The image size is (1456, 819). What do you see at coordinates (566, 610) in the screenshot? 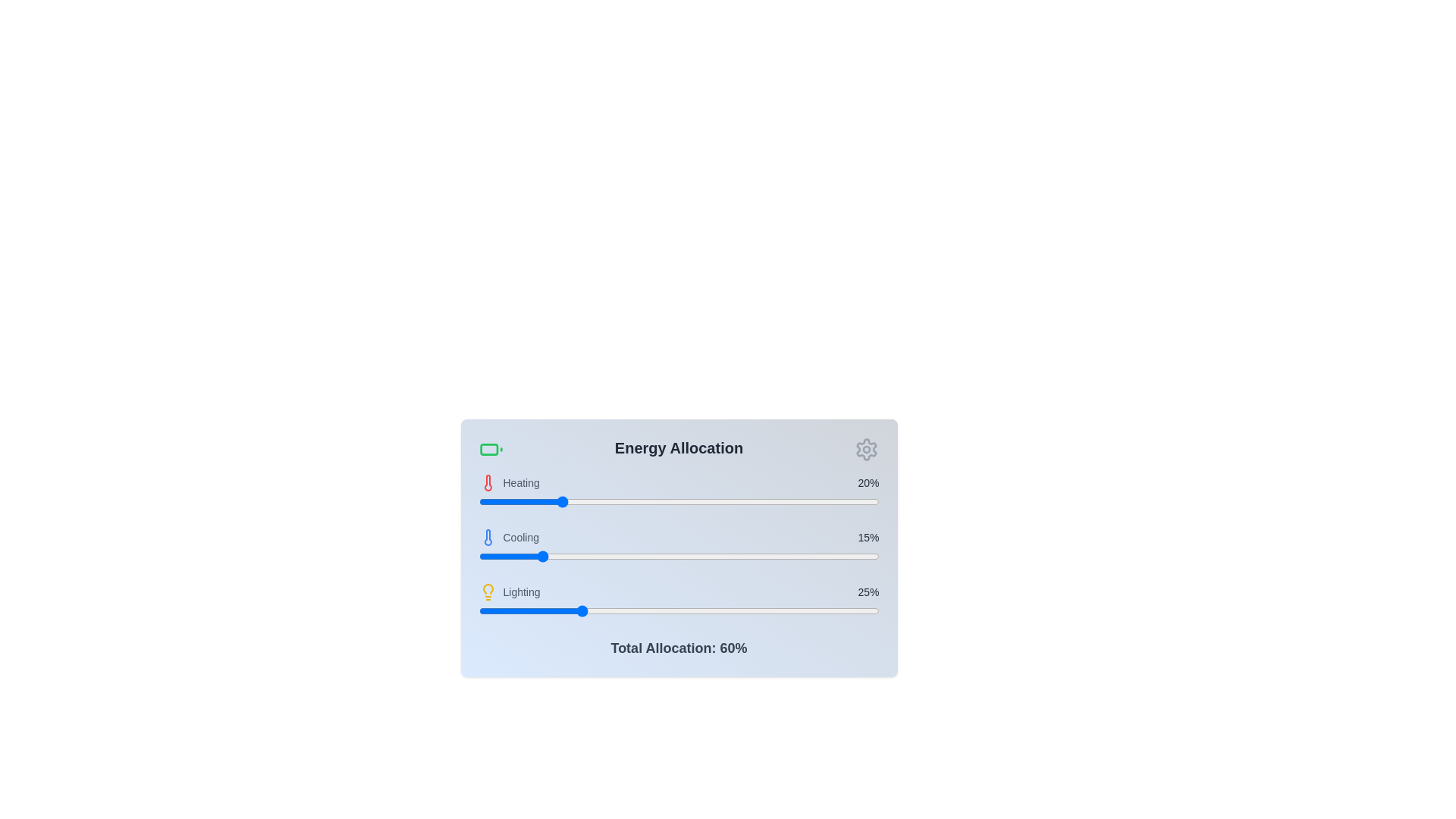
I see `the lighting allocation slider to 22%` at bounding box center [566, 610].